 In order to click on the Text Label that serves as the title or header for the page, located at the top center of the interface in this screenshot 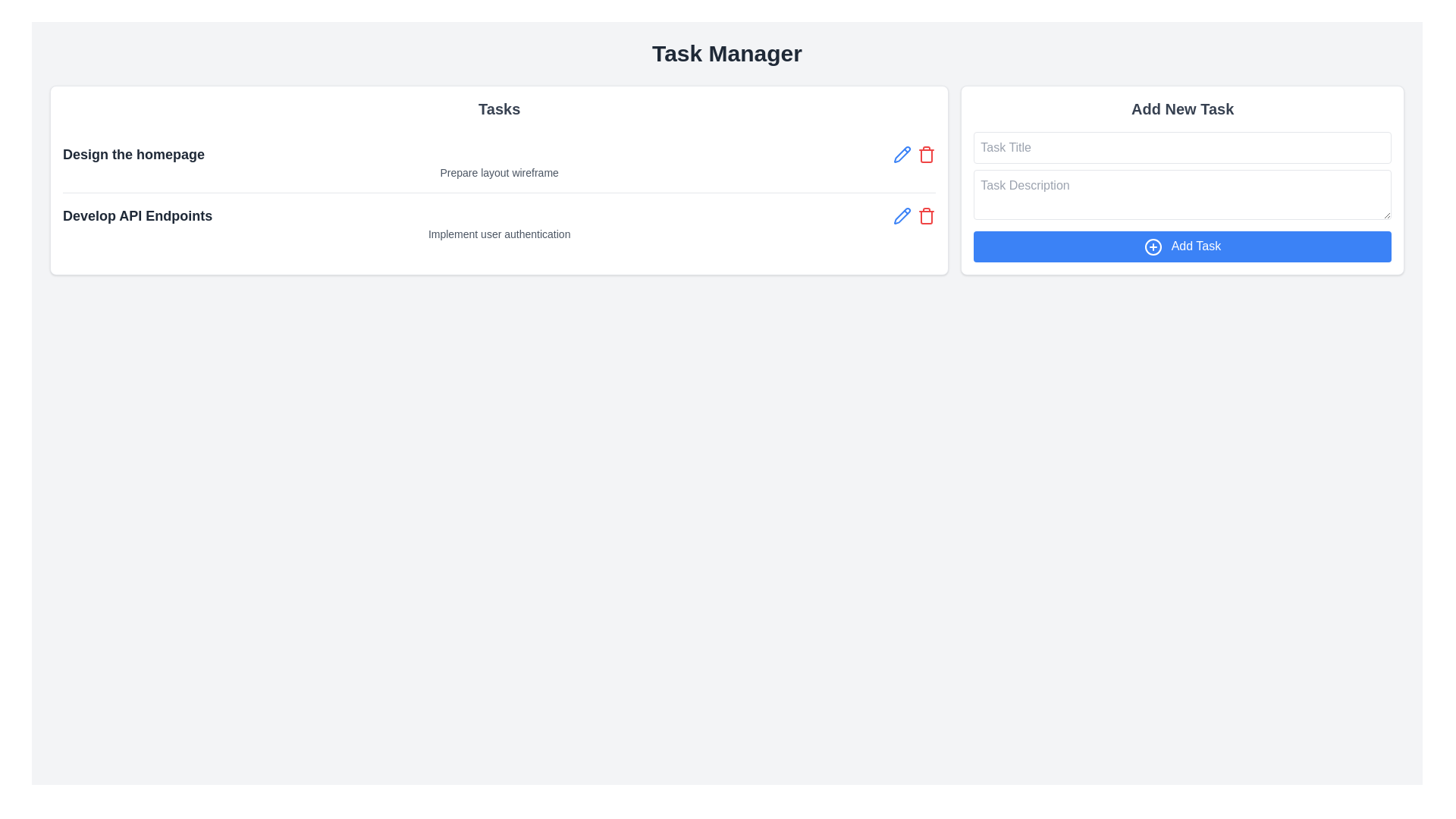, I will do `click(726, 52)`.